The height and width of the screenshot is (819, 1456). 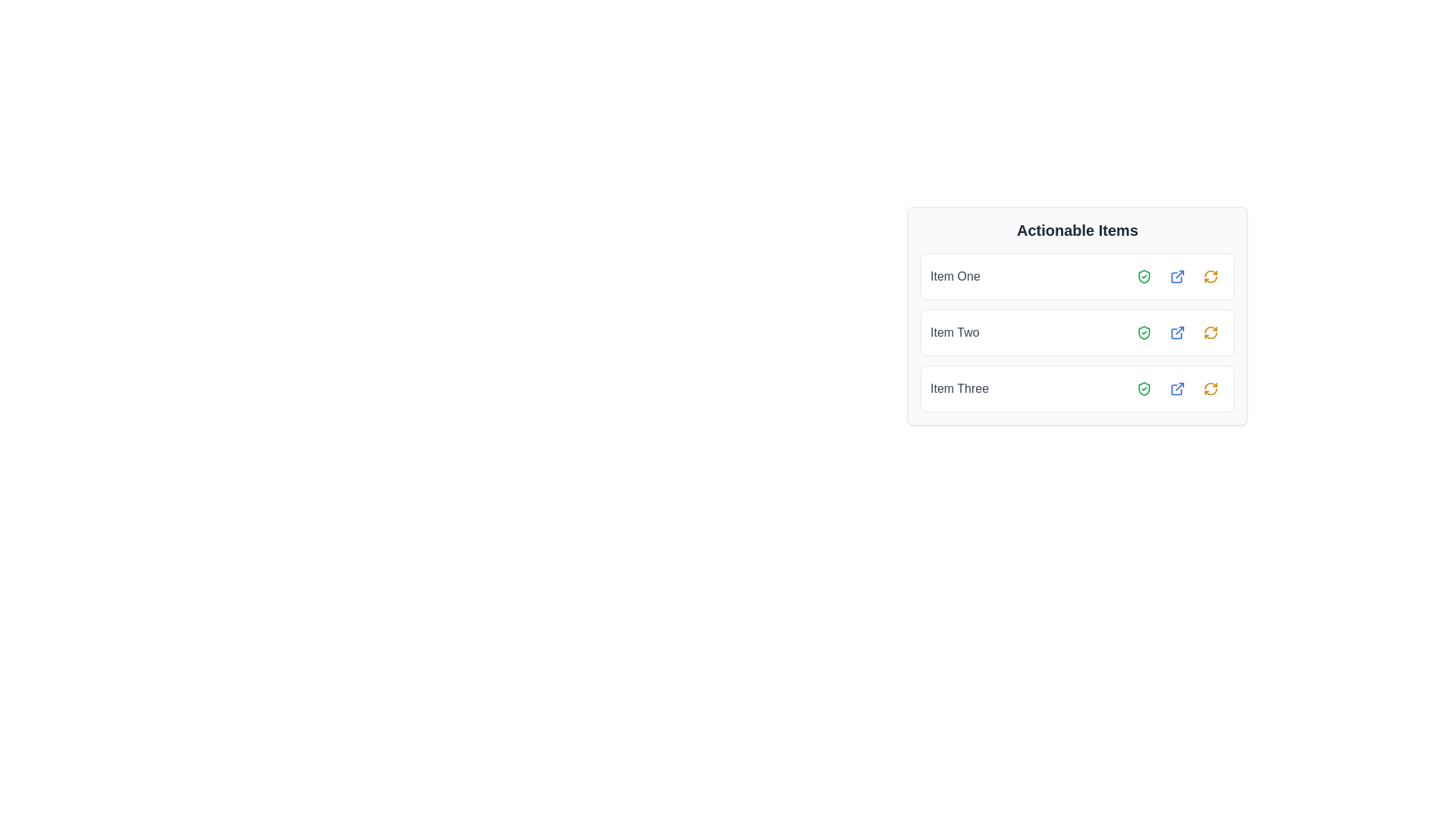 I want to click on the refresh button located in the last column of the first row of the 'Actionable Items' table for 'Item One' to reload its information, so click(x=1210, y=277).